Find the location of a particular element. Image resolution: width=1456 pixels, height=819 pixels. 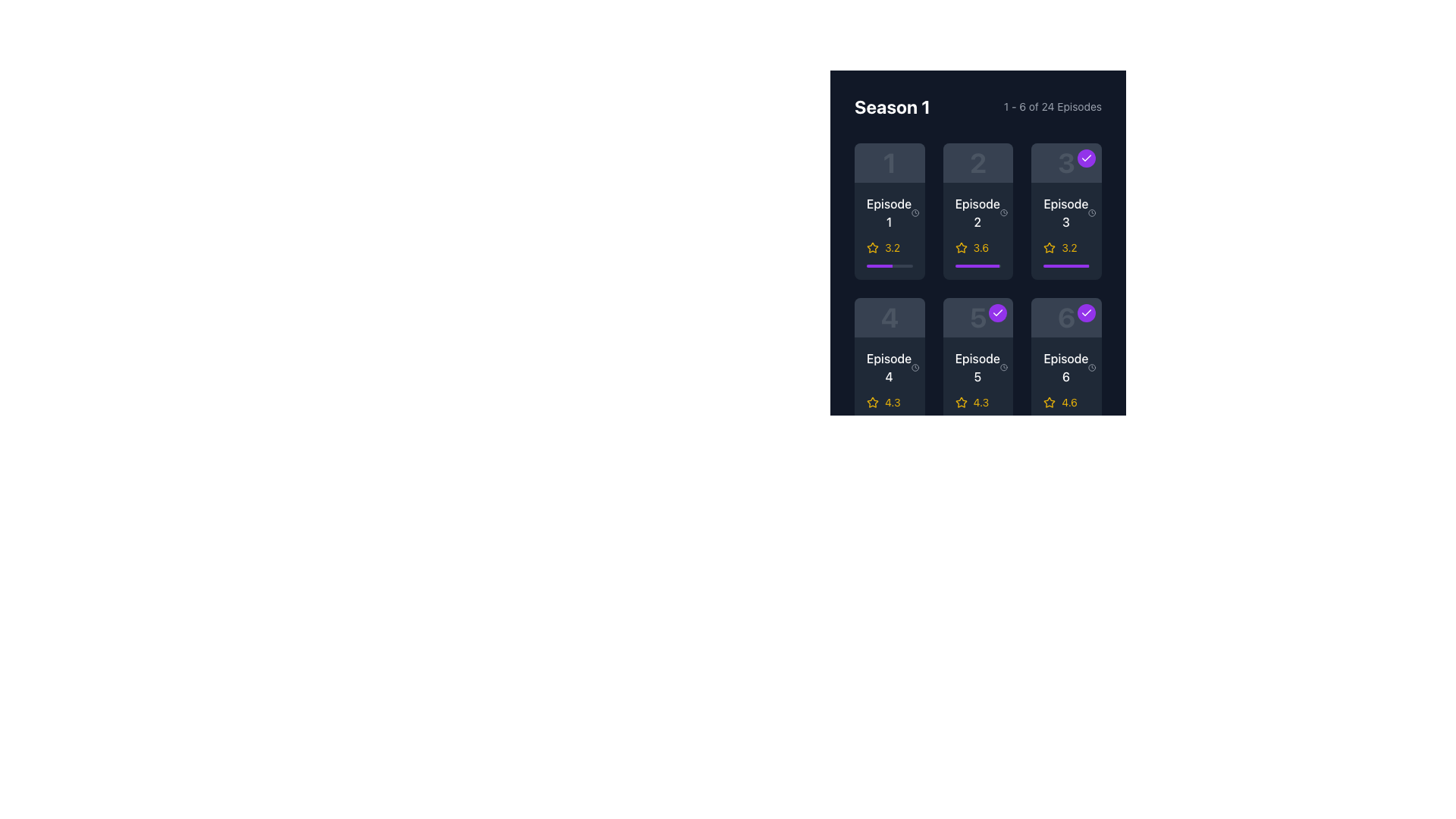

the Decorative identifier with a completion status badge located in the third column of the top row, above the tile labeled 'Episode 3' is located at coordinates (1065, 163).